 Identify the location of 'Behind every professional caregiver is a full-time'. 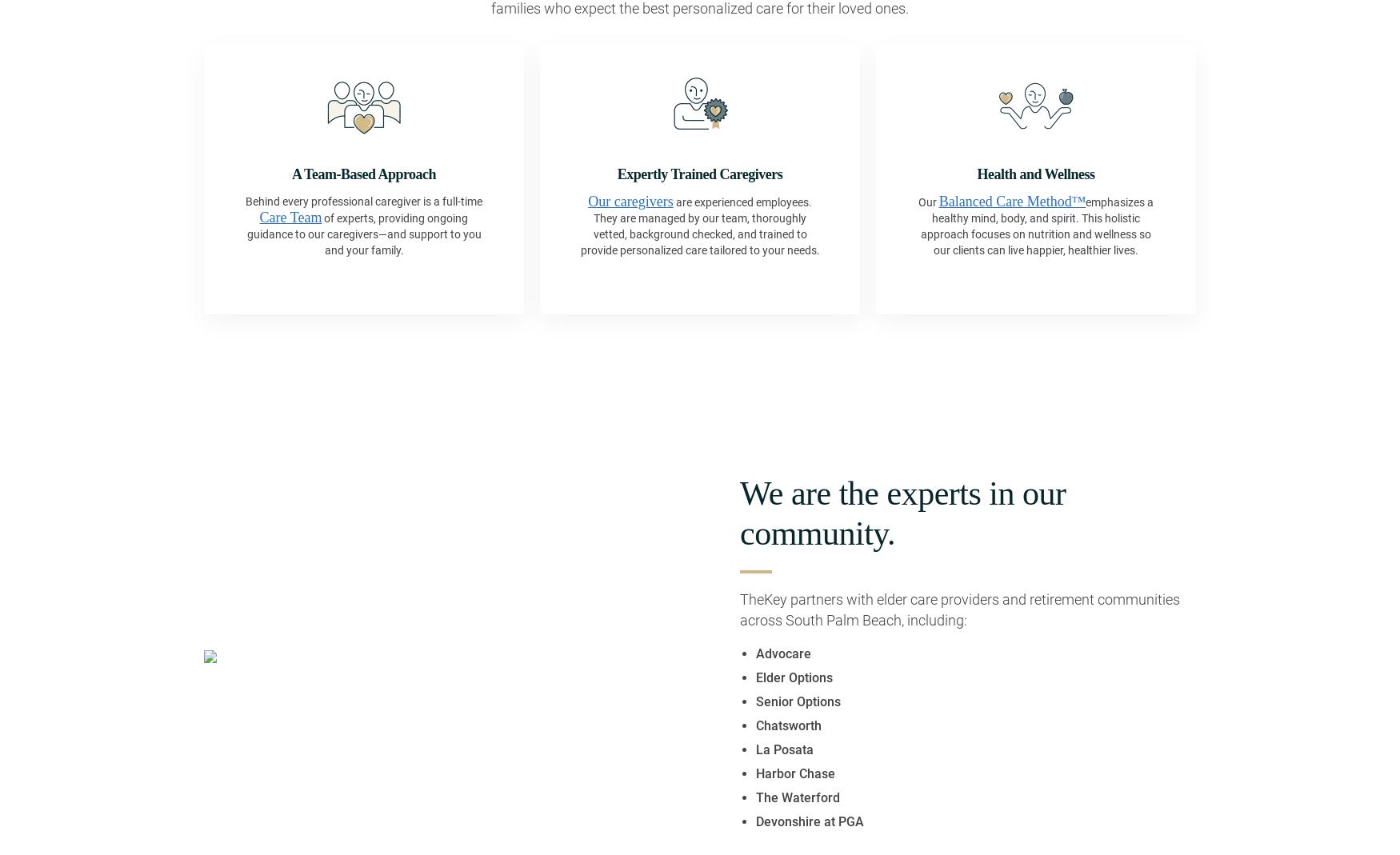
(364, 200).